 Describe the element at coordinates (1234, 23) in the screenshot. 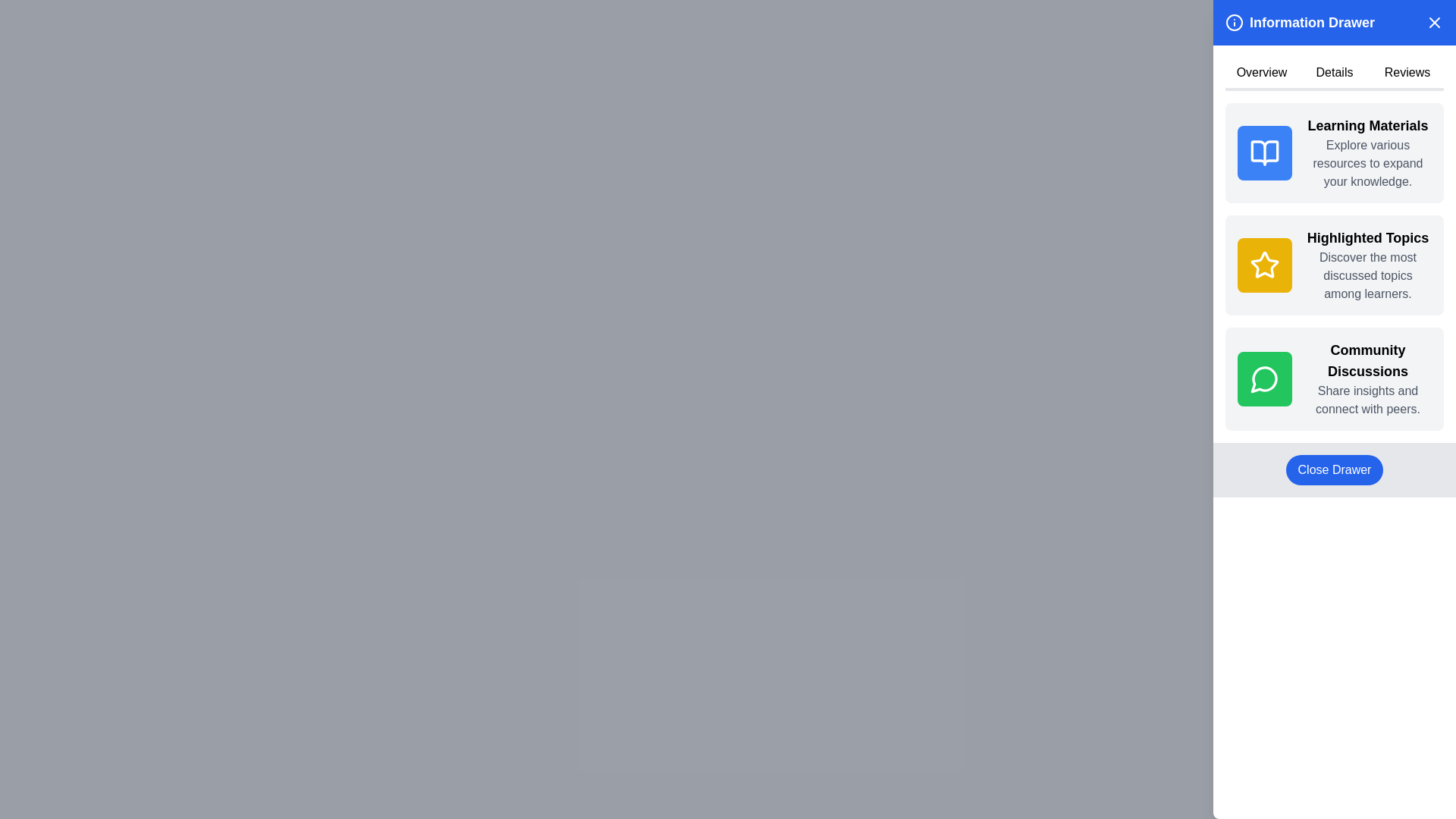

I see `the outermost circle of the 'info' icon in the top-right corner of the 'Information Drawer' sidebar header, which serves as a decorative element indicating additional information` at that location.